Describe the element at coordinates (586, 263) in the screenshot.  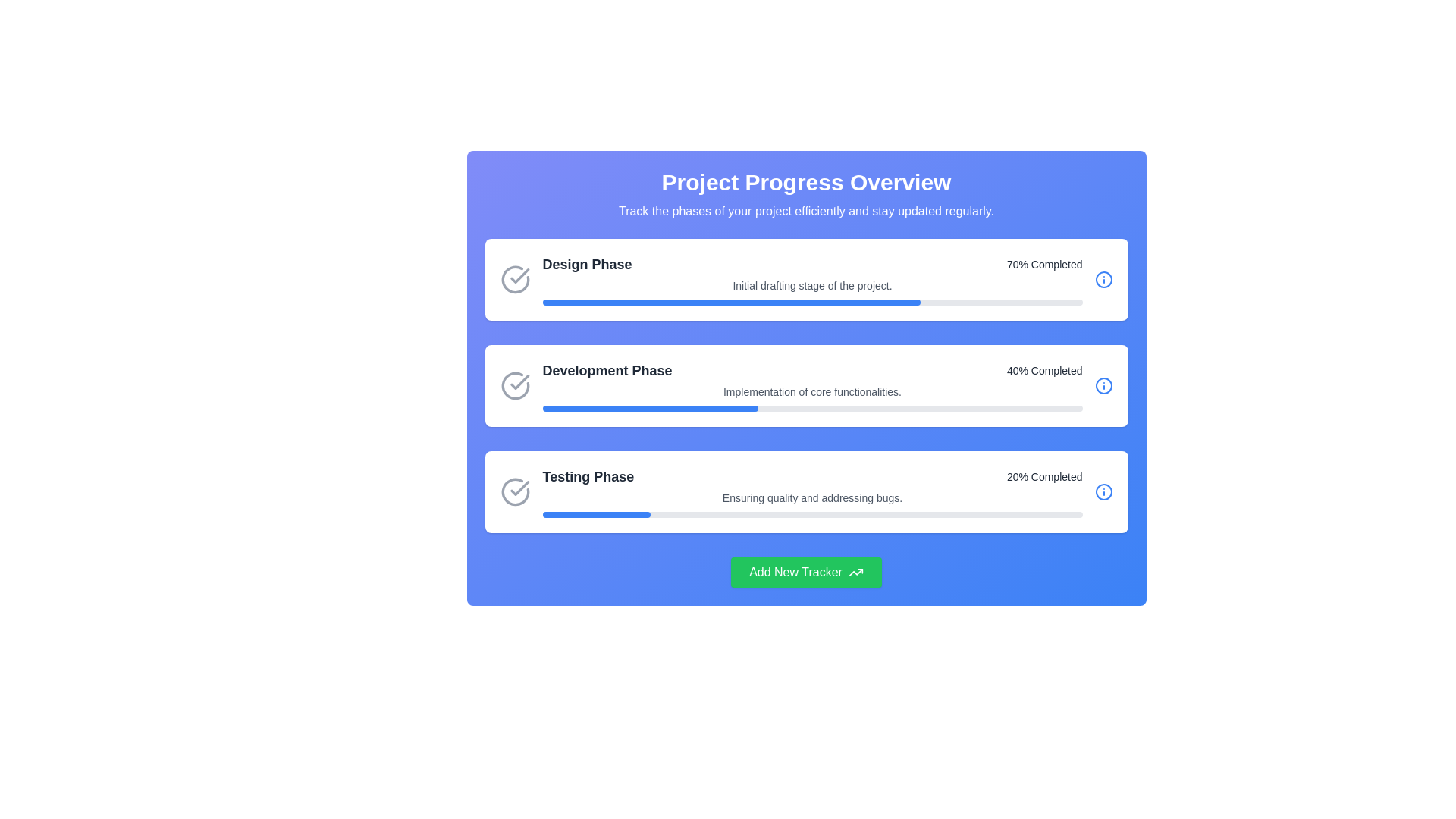
I see `the Text label indicating the current phase of a project or task progression, which is the first title in a vertically stacked list of project phases` at that location.